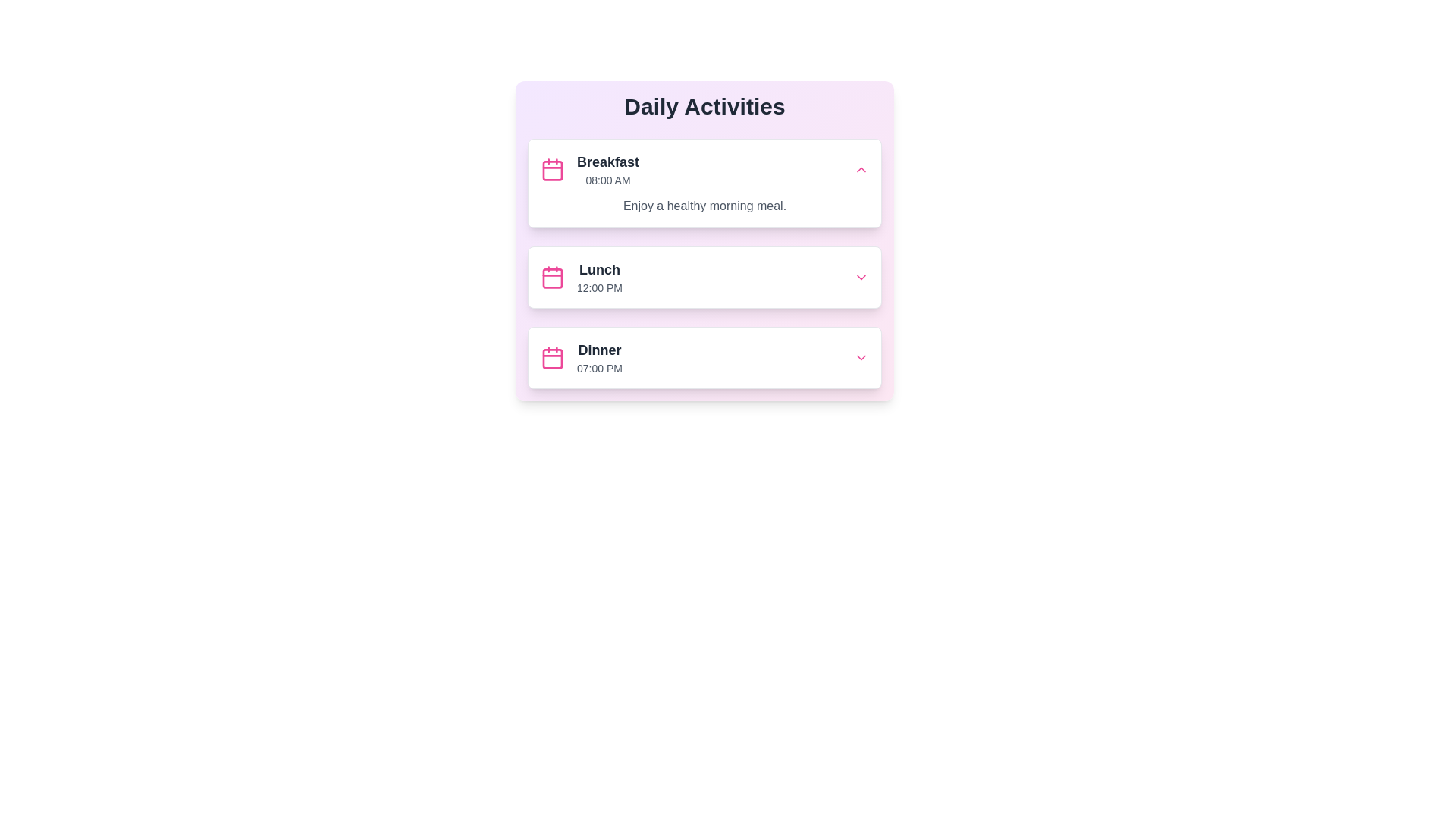 The width and height of the screenshot is (1456, 819). Describe the element at coordinates (704, 278) in the screenshot. I see `the 'Lunch' activity card, which is the second card in the vertical arrangement under the 'Daily Activities' section` at that location.